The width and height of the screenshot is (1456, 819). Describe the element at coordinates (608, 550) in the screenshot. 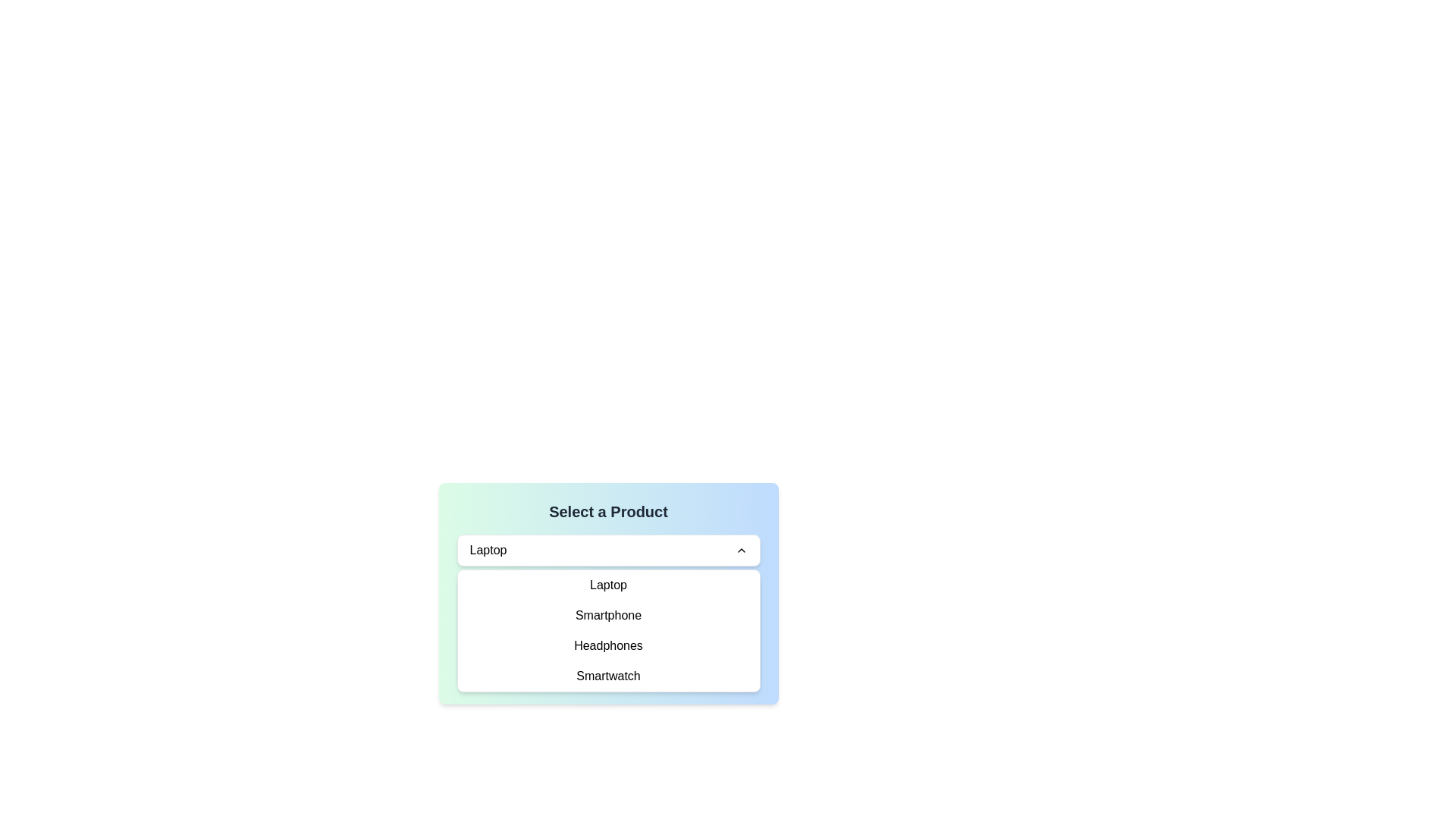

I see `the dropdown menu labeled 'Laptop'` at that location.